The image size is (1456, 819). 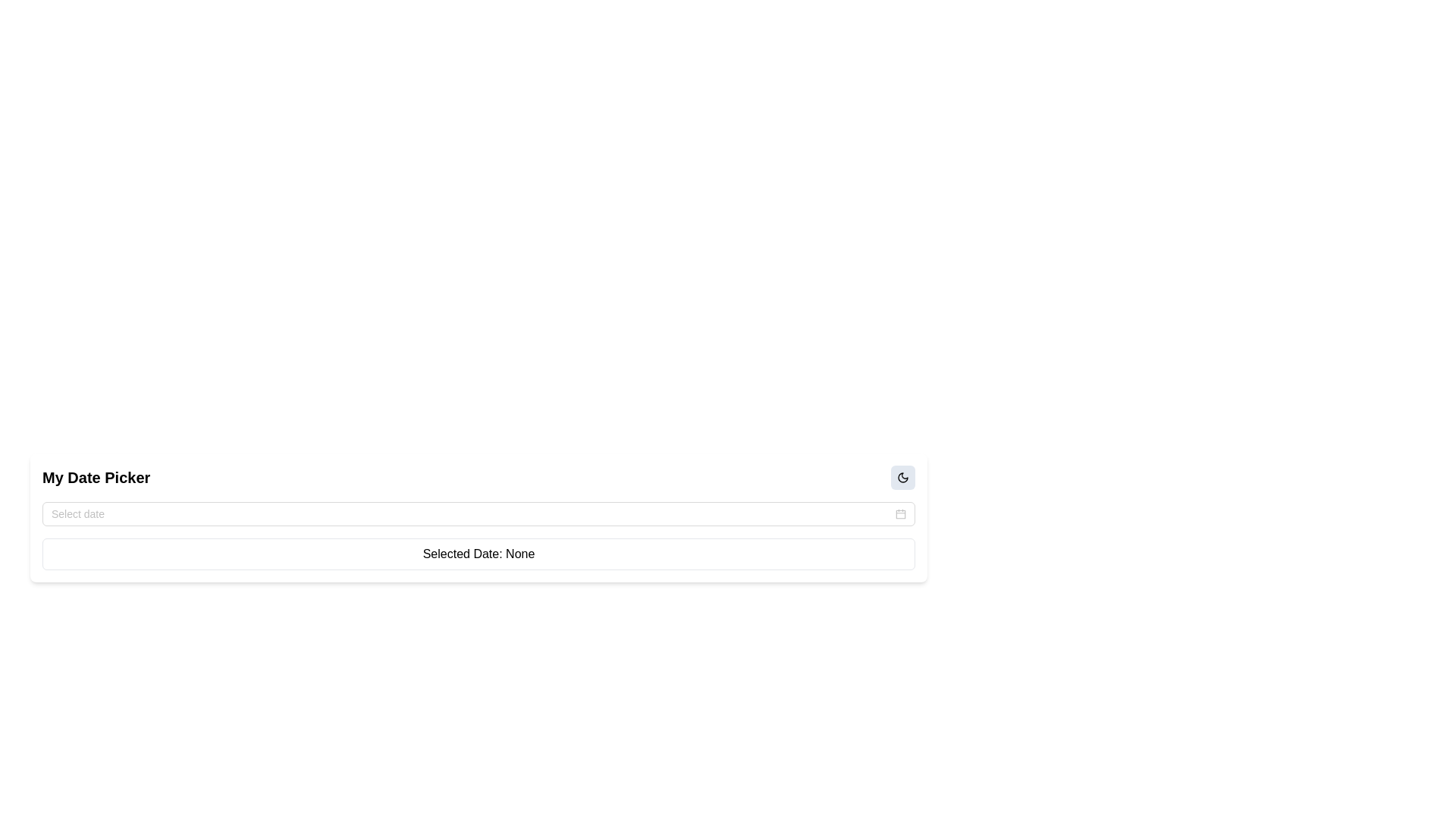 What do you see at coordinates (902, 476) in the screenshot?
I see `the moon icon in the top-right corner of the date picker UI` at bounding box center [902, 476].